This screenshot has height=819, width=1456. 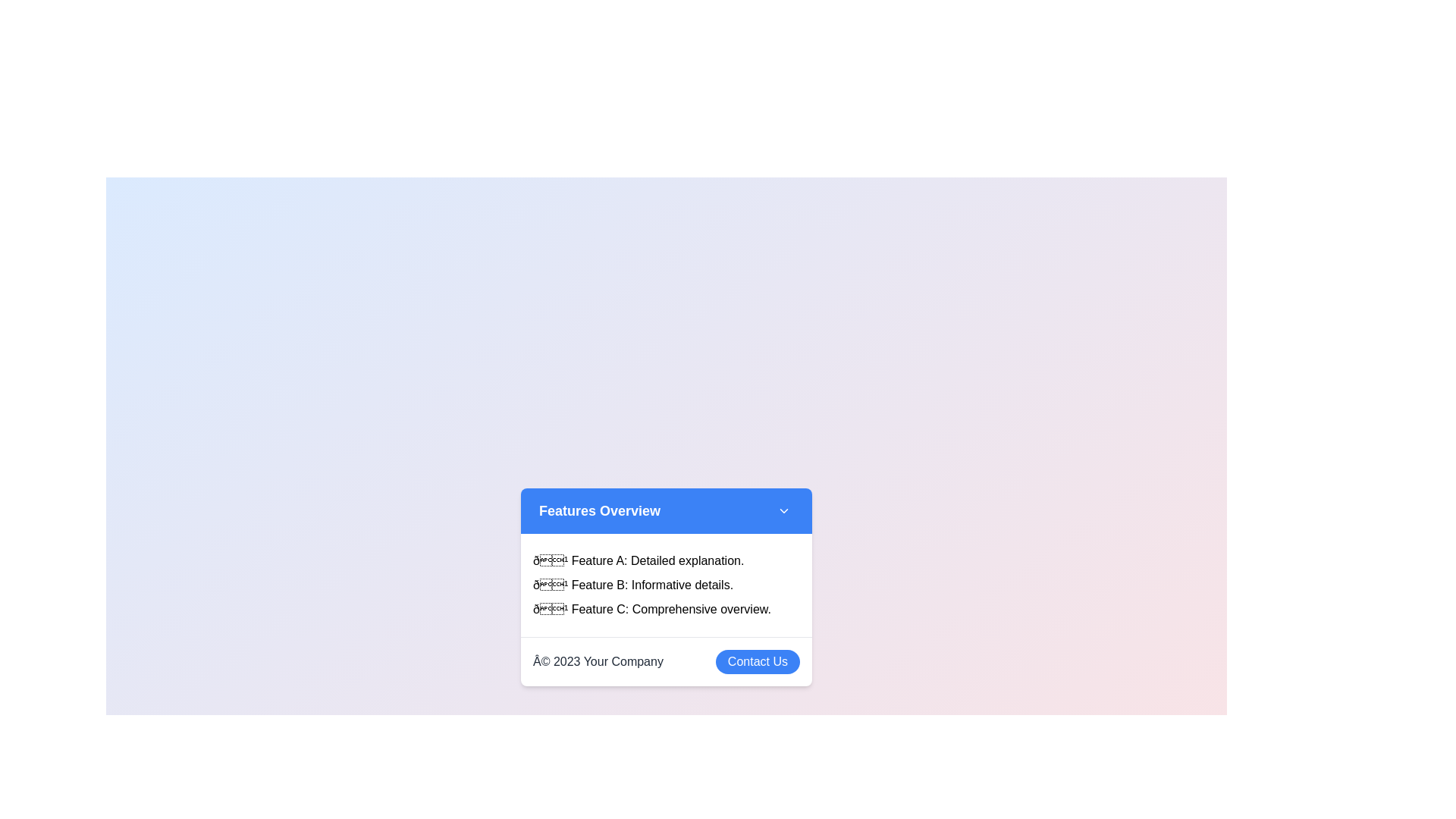 I want to click on the static text label located within the blue header bar of the dropdown component, positioned to the left of the interactive button and icon, so click(x=599, y=510).